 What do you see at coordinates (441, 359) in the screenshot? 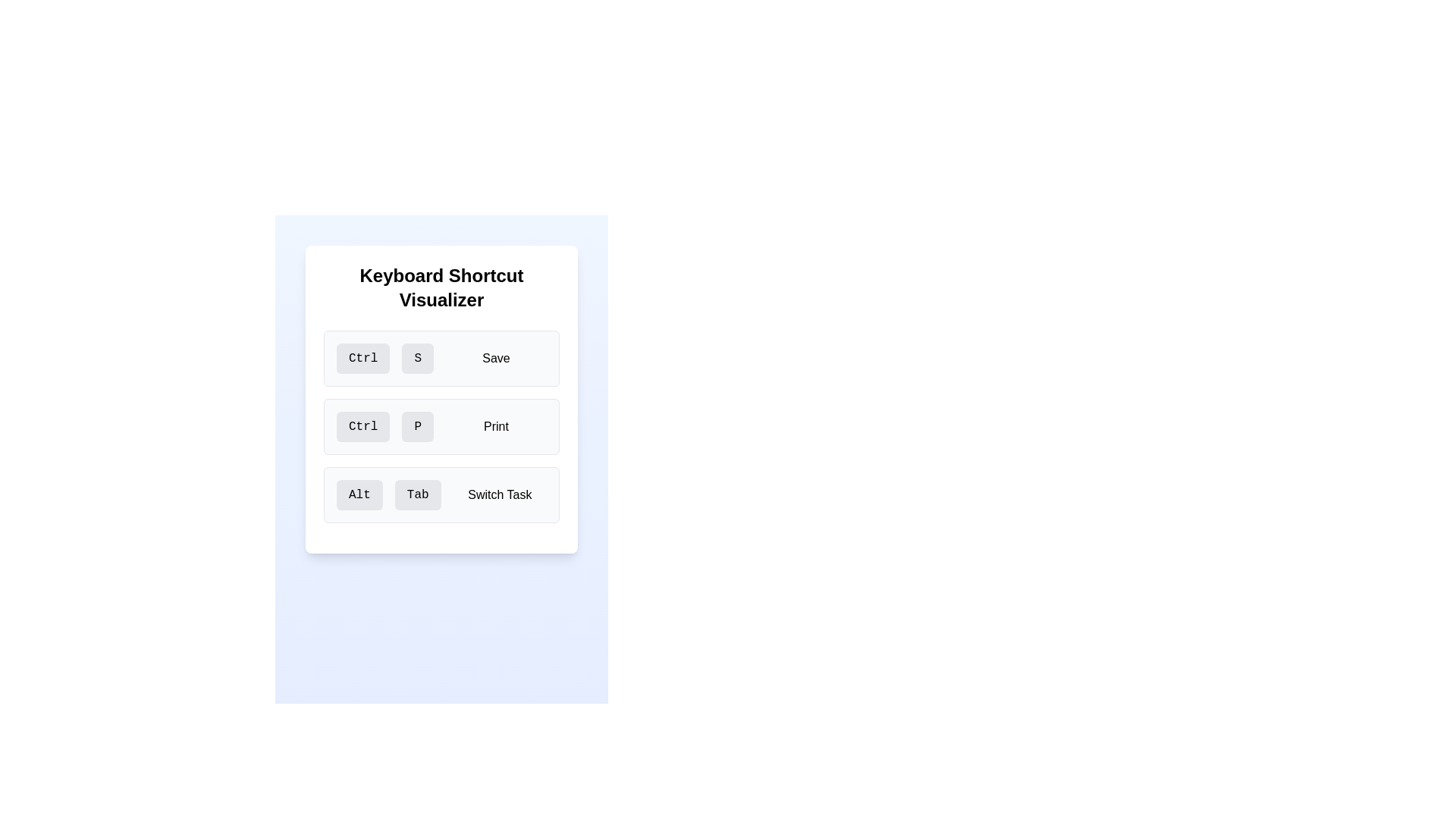
I see `the visual representation of the keyboard shortcut 'Ctrl + S', which is located below the title 'Keyboard Shortcut Visualizer' and above the 'Ctrl P Print' element` at bounding box center [441, 359].